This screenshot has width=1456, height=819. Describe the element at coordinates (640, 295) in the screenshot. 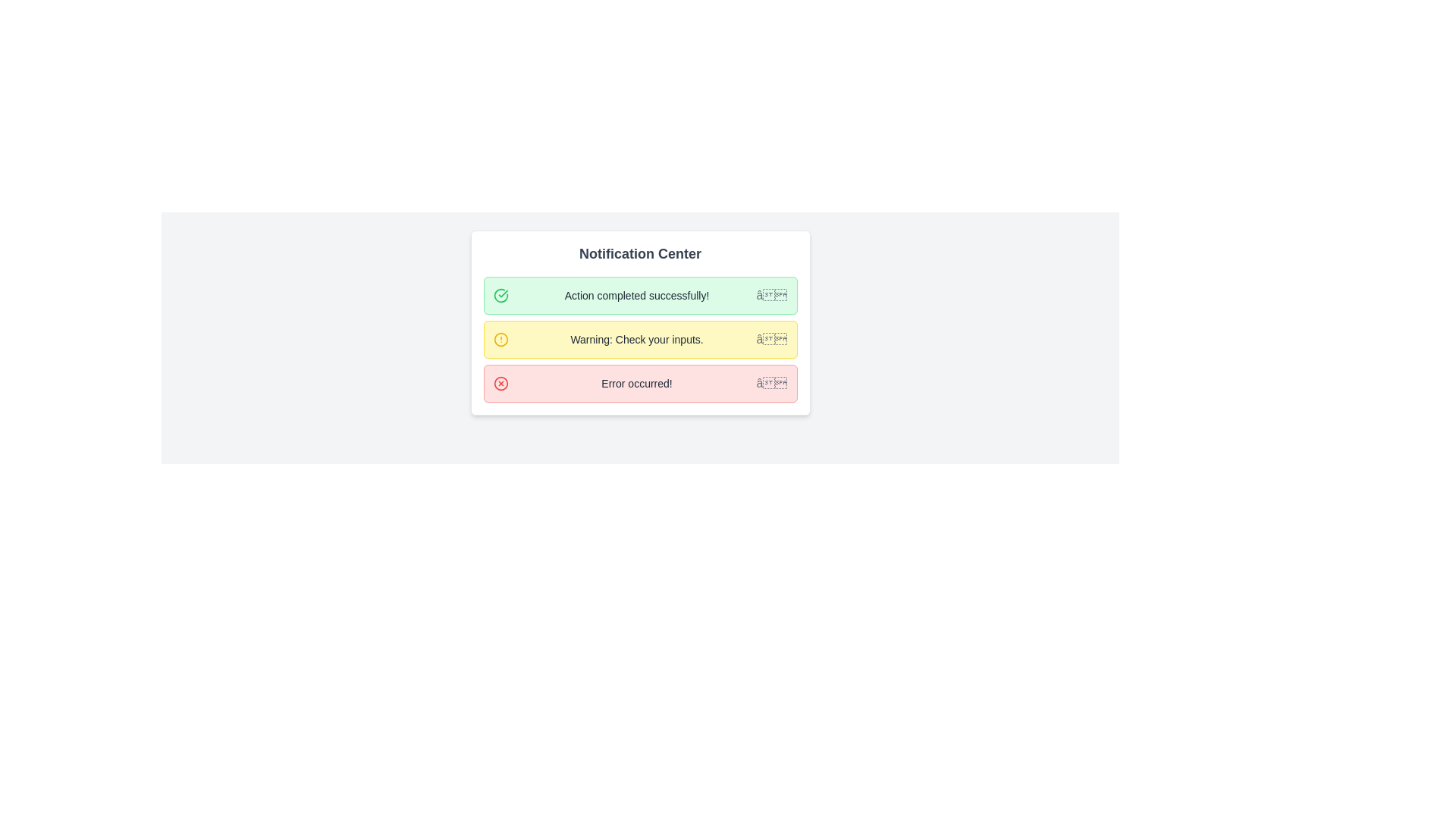

I see `text of the first notification card in the notification center, which indicates that an action was successfully completed` at that location.